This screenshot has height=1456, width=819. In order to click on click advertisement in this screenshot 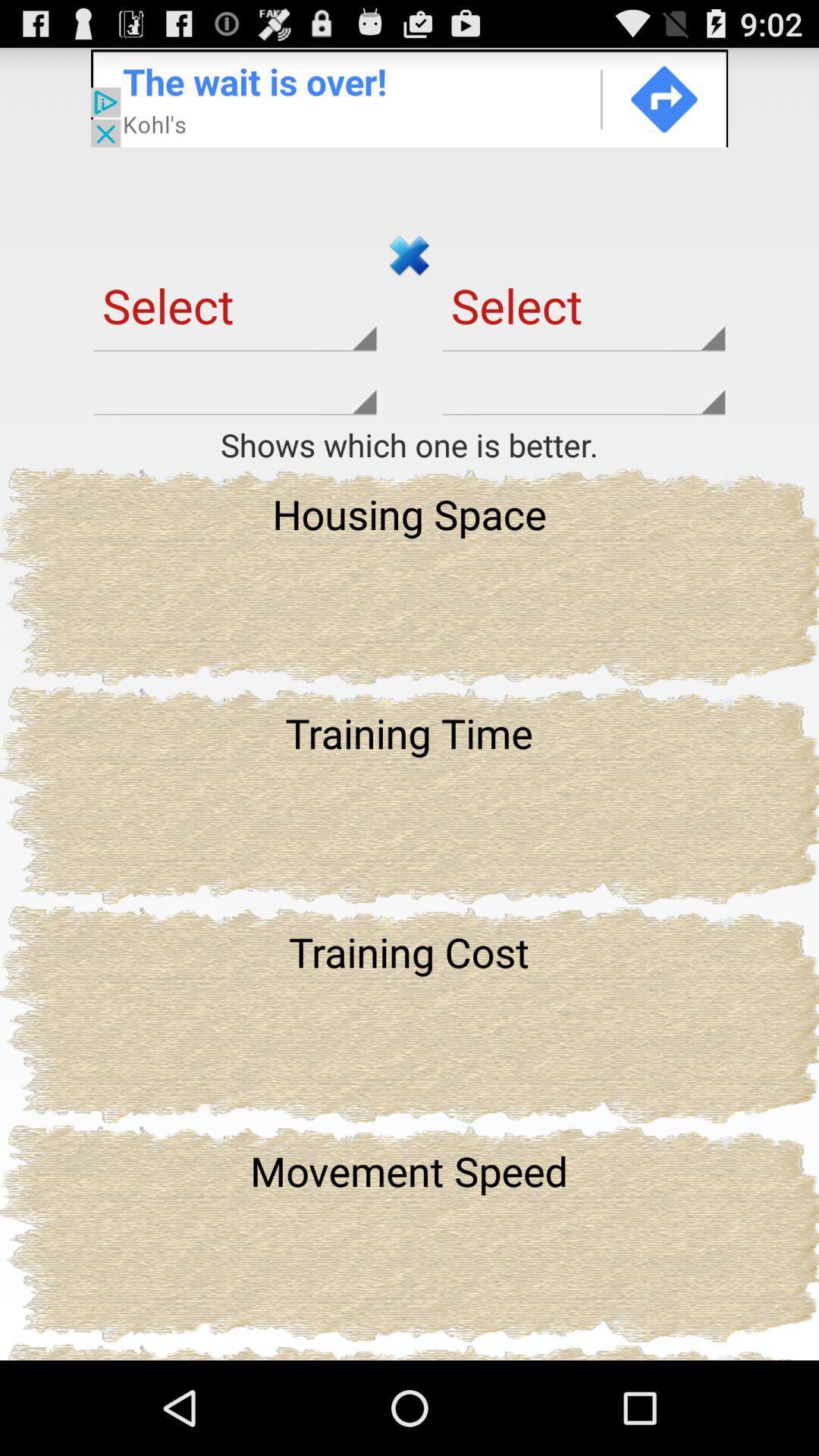, I will do `click(409, 96)`.